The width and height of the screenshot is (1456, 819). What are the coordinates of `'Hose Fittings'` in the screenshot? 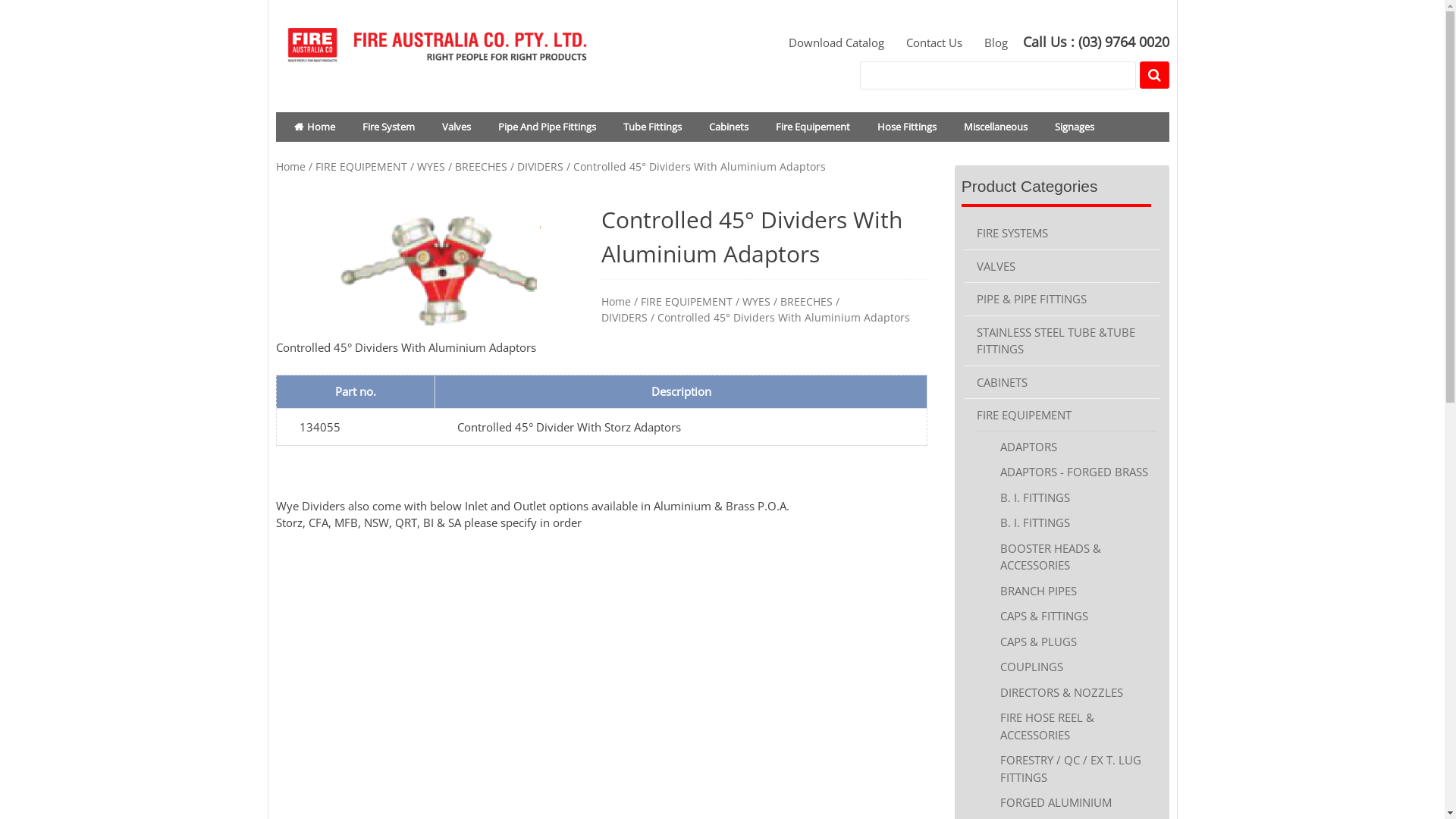 It's located at (906, 126).